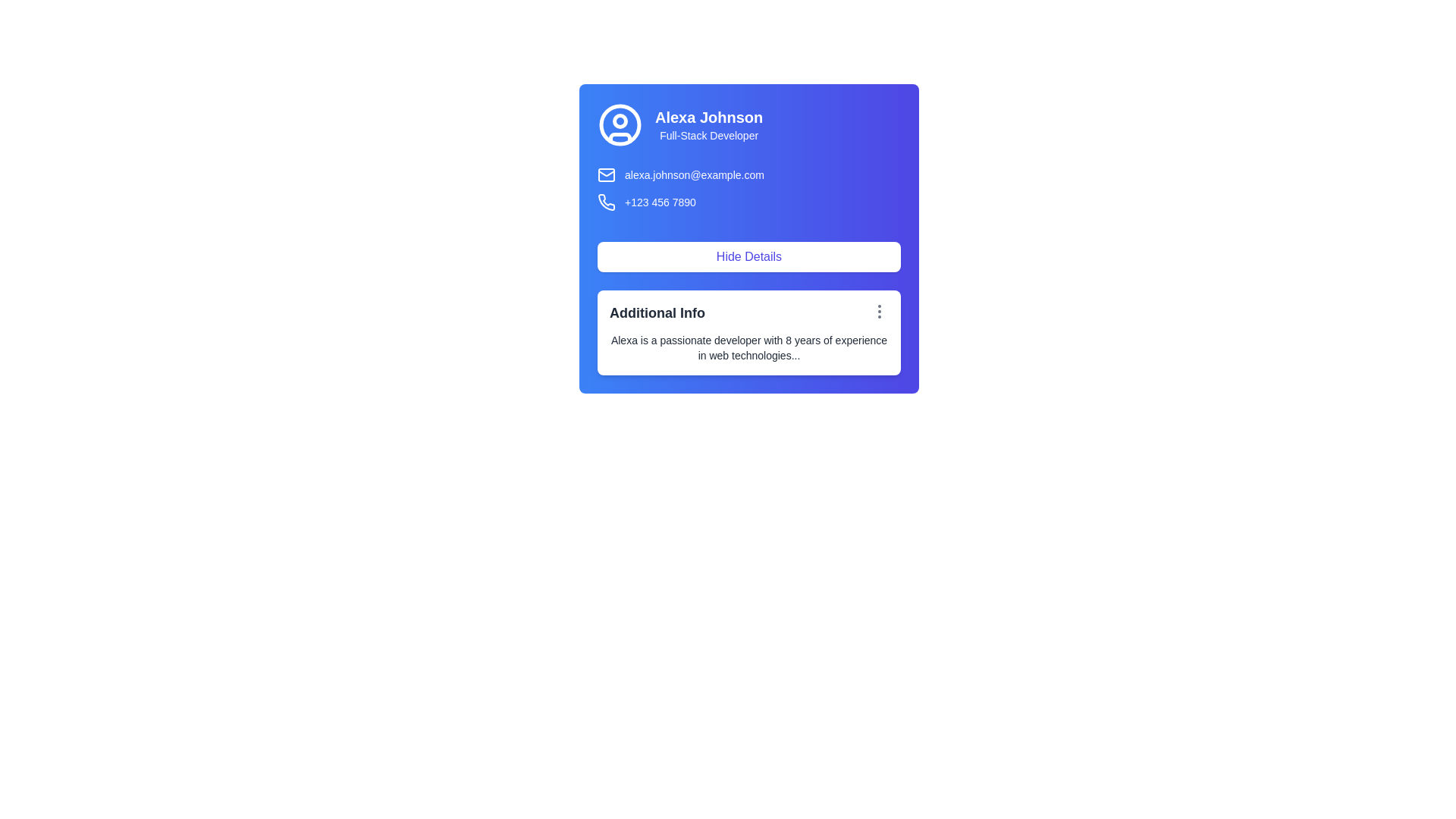 Image resolution: width=1456 pixels, height=819 pixels. What do you see at coordinates (880, 311) in the screenshot?
I see `the vertically aligned gray ellipsis icon located to the right of the 'Additional Info' heading` at bounding box center [880, 311].